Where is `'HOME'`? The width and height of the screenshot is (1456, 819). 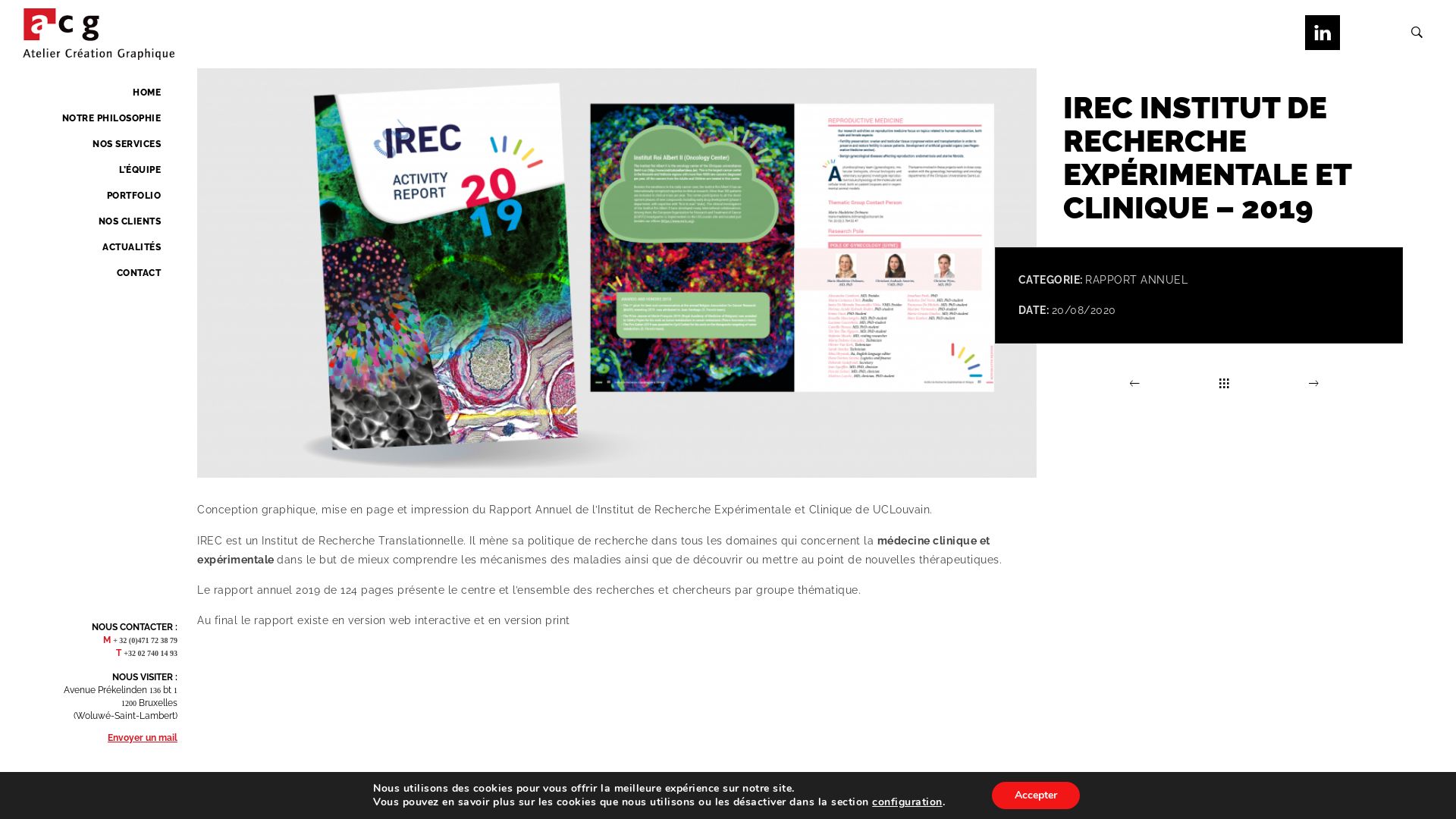 'HOME' is located at coordinates (146, 93).